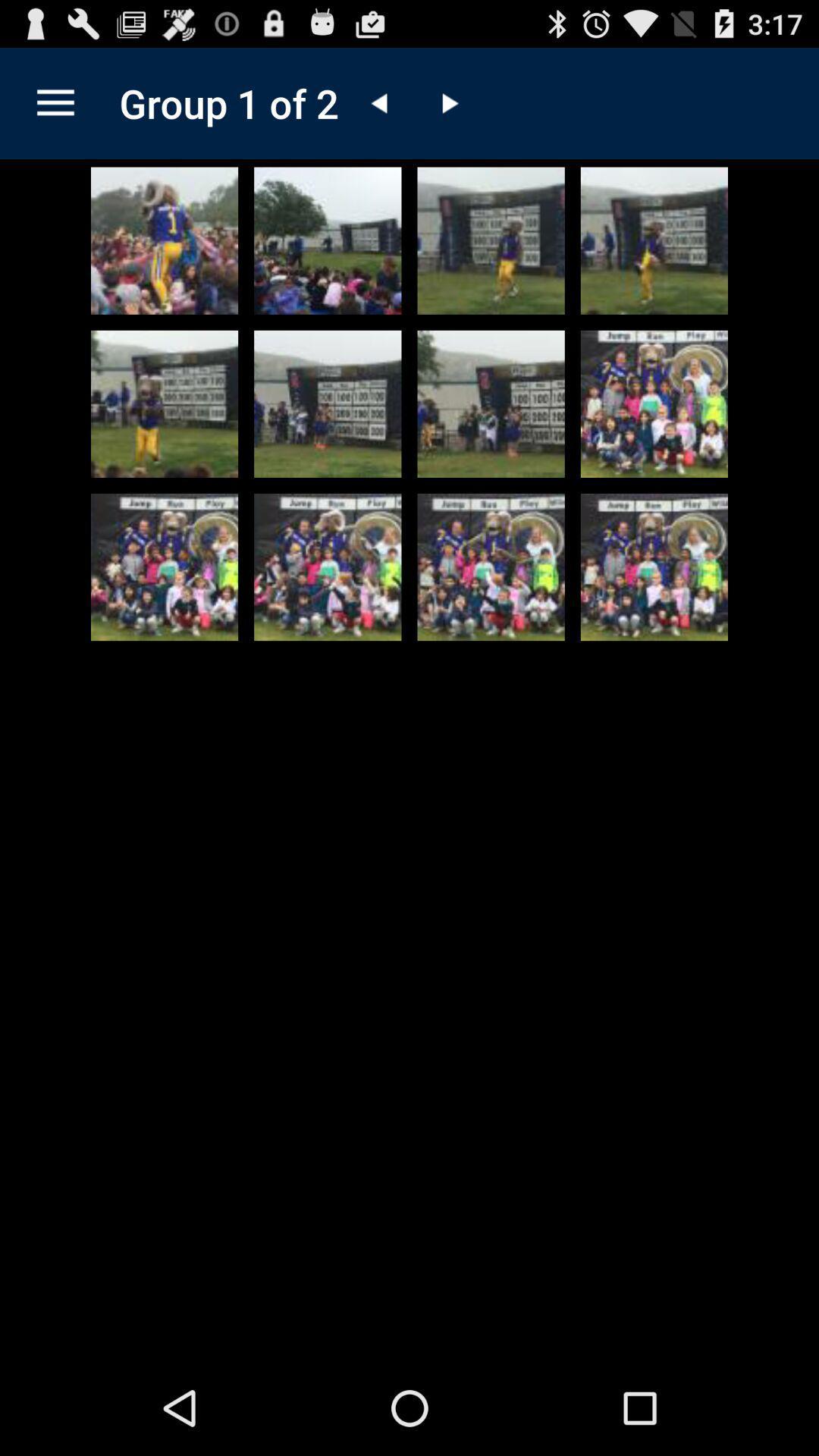 The image size is (819, 1456). I want to click on los angeles rams, so click(327, 566).